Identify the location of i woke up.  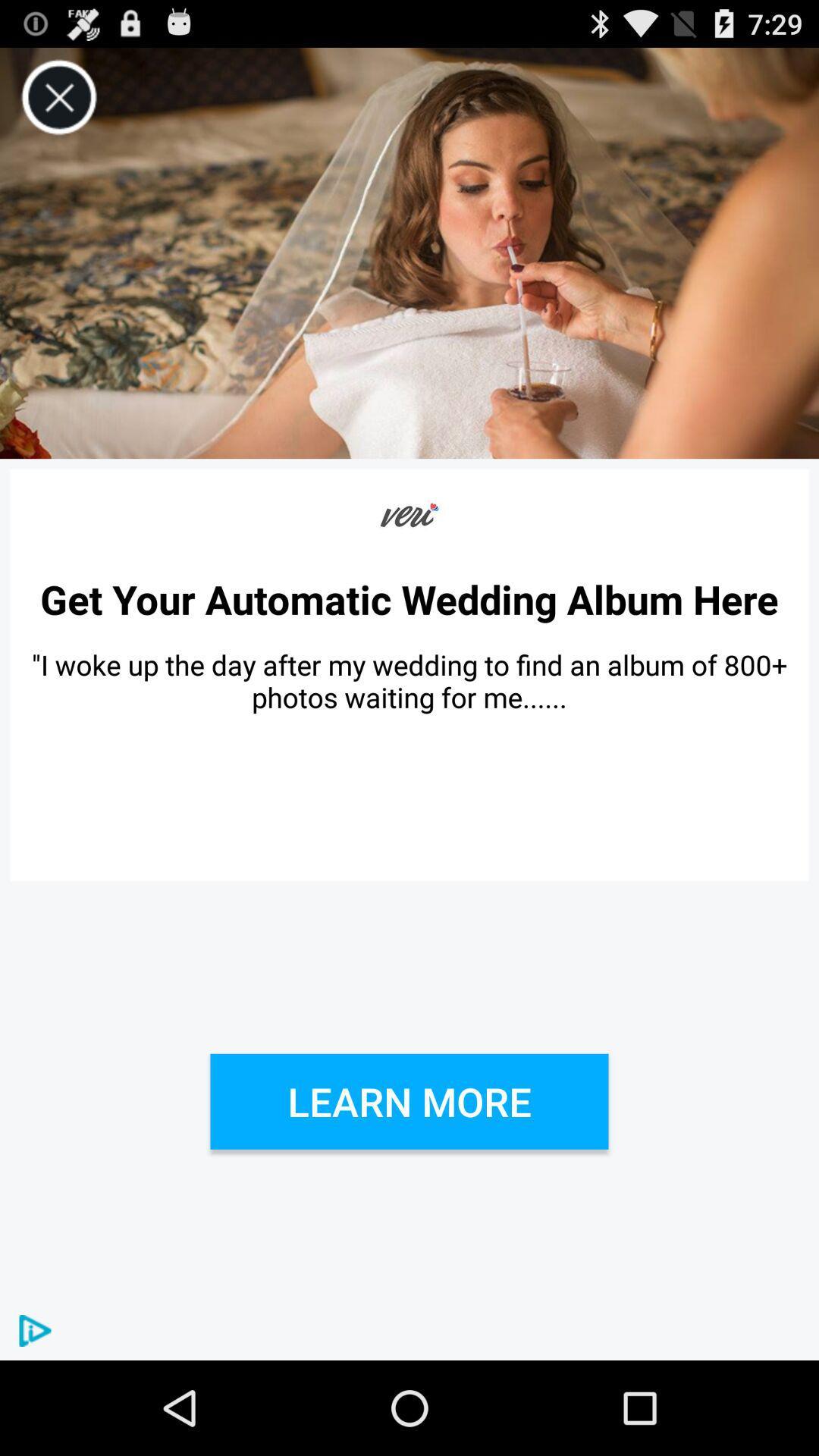
(409, 680).